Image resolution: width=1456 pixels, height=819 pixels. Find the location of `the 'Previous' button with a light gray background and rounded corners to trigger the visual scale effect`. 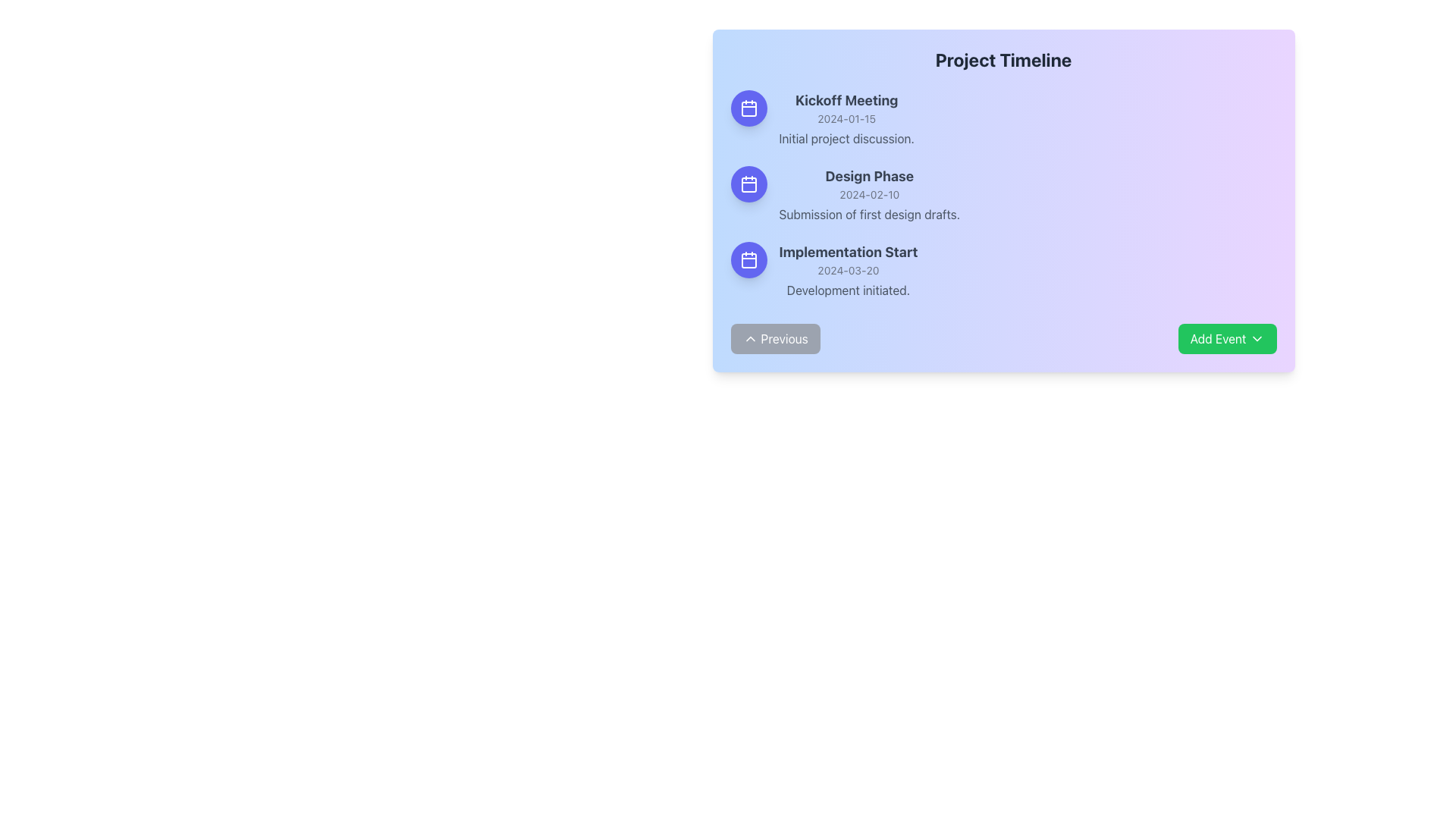

the 'Previous' button with a light gray background and rounded corners to trigger the visual scale effect is located at coordinates (775, 338).